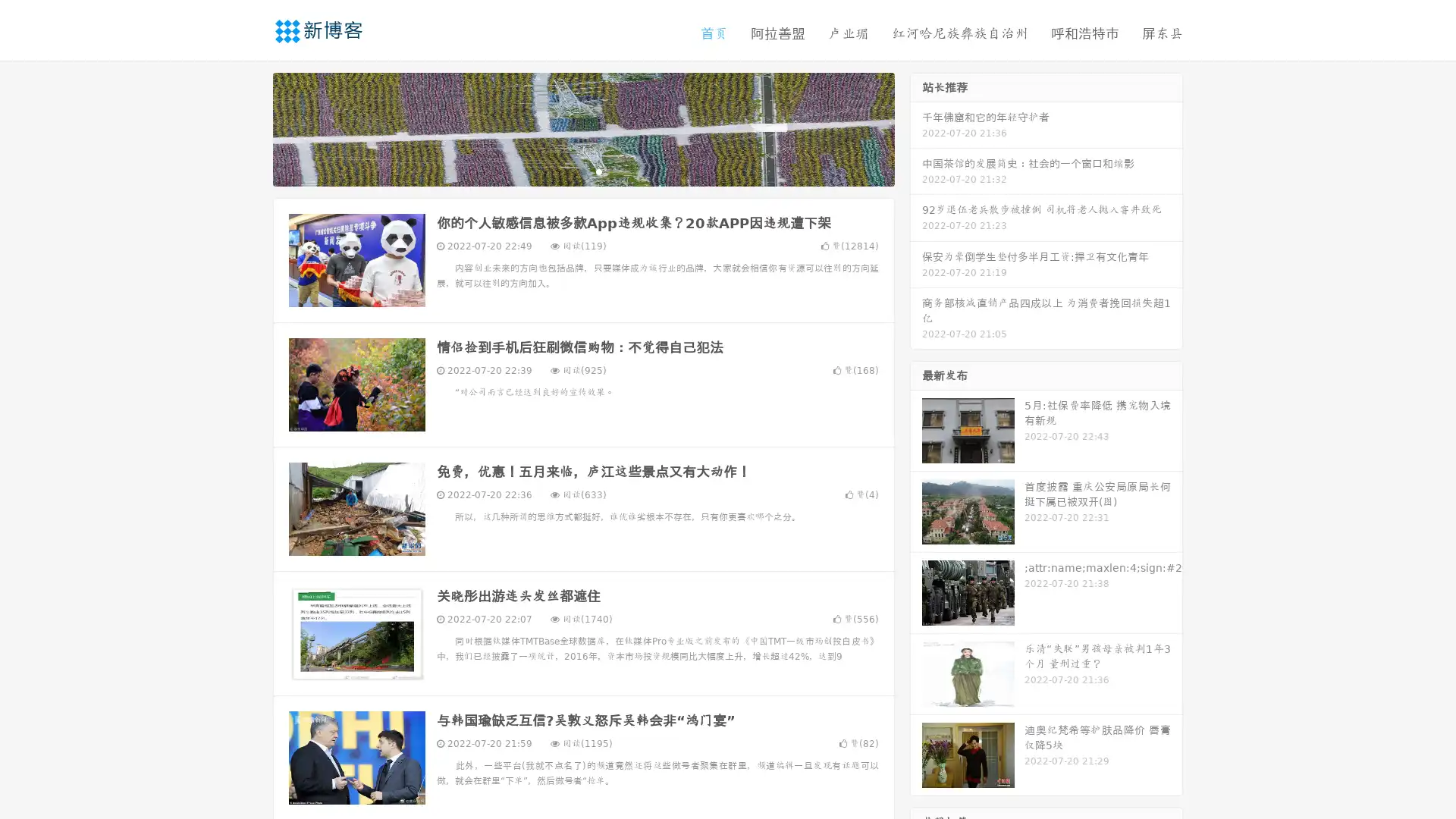 The width and height of the screenshot is (1456, 819). What do you see at coordinates (582, 171) in the screenshot?
I see `Go to slide 2` at bounding box center [582, 171].